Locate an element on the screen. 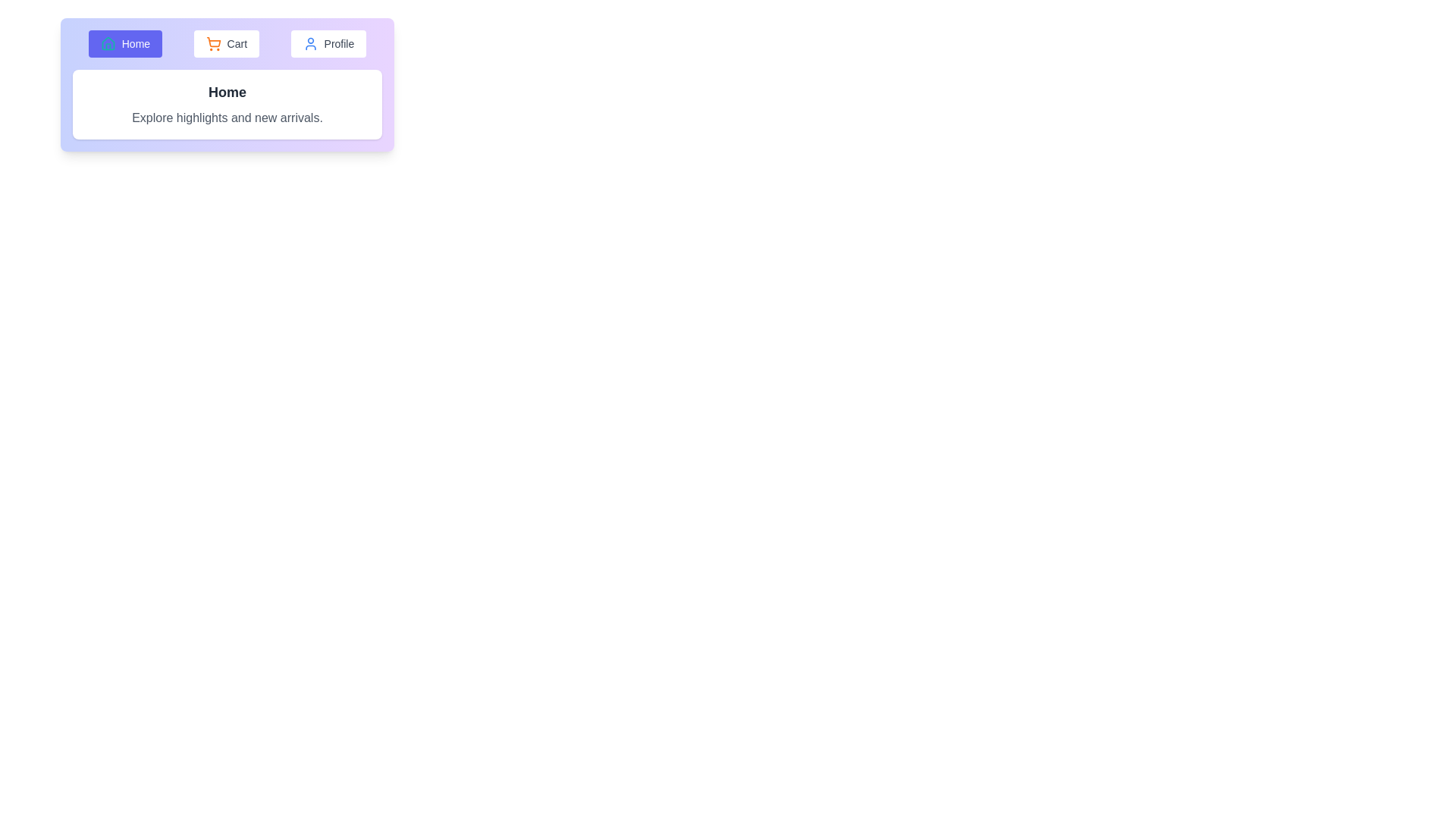 The width and height of the screenshot is (1456, 819). the Cart tab button to switch to the corresponding tab is located at coordinates (225, 42).